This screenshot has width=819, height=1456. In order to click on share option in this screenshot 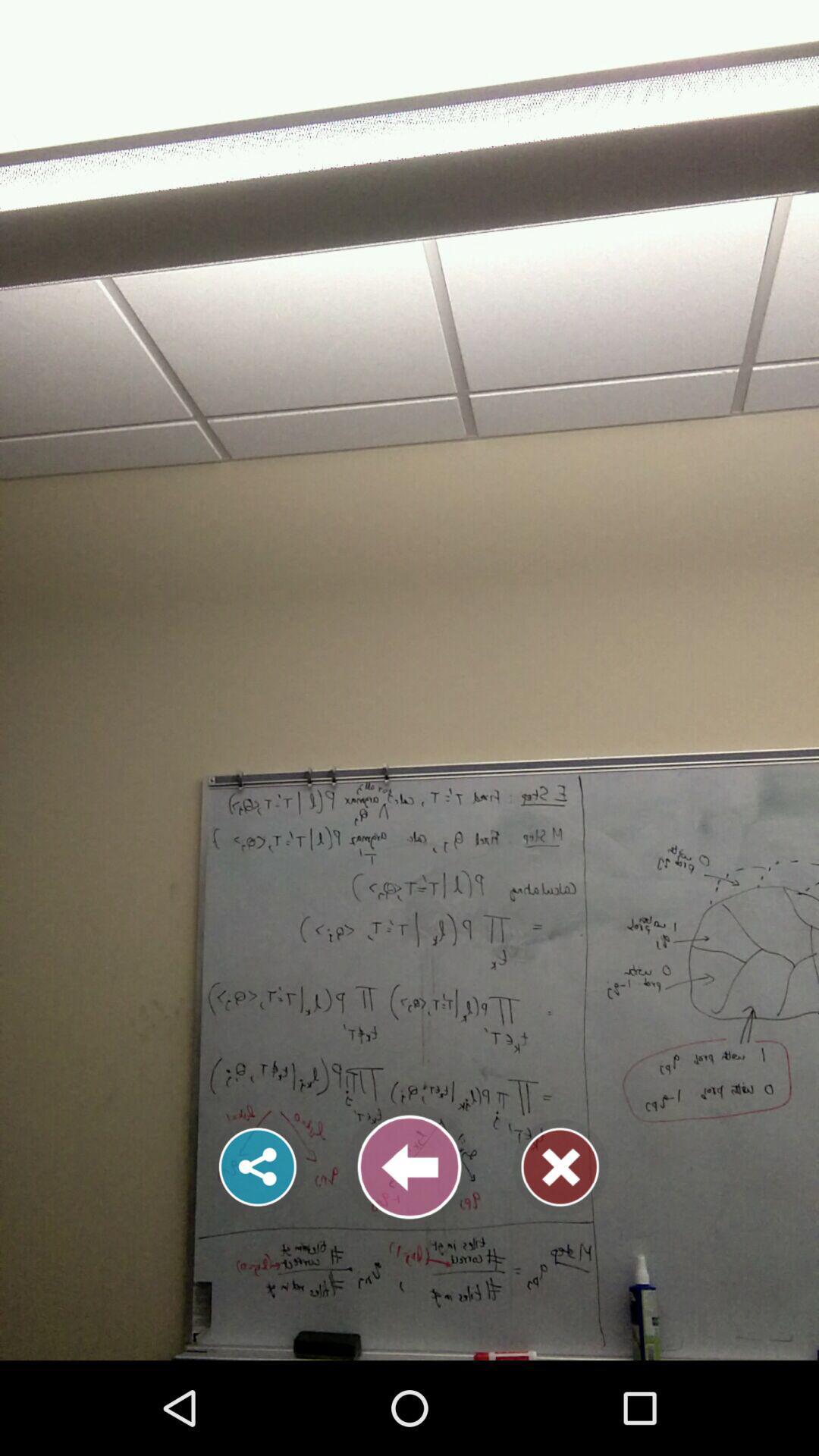, I will do `click(257, 1166)`.